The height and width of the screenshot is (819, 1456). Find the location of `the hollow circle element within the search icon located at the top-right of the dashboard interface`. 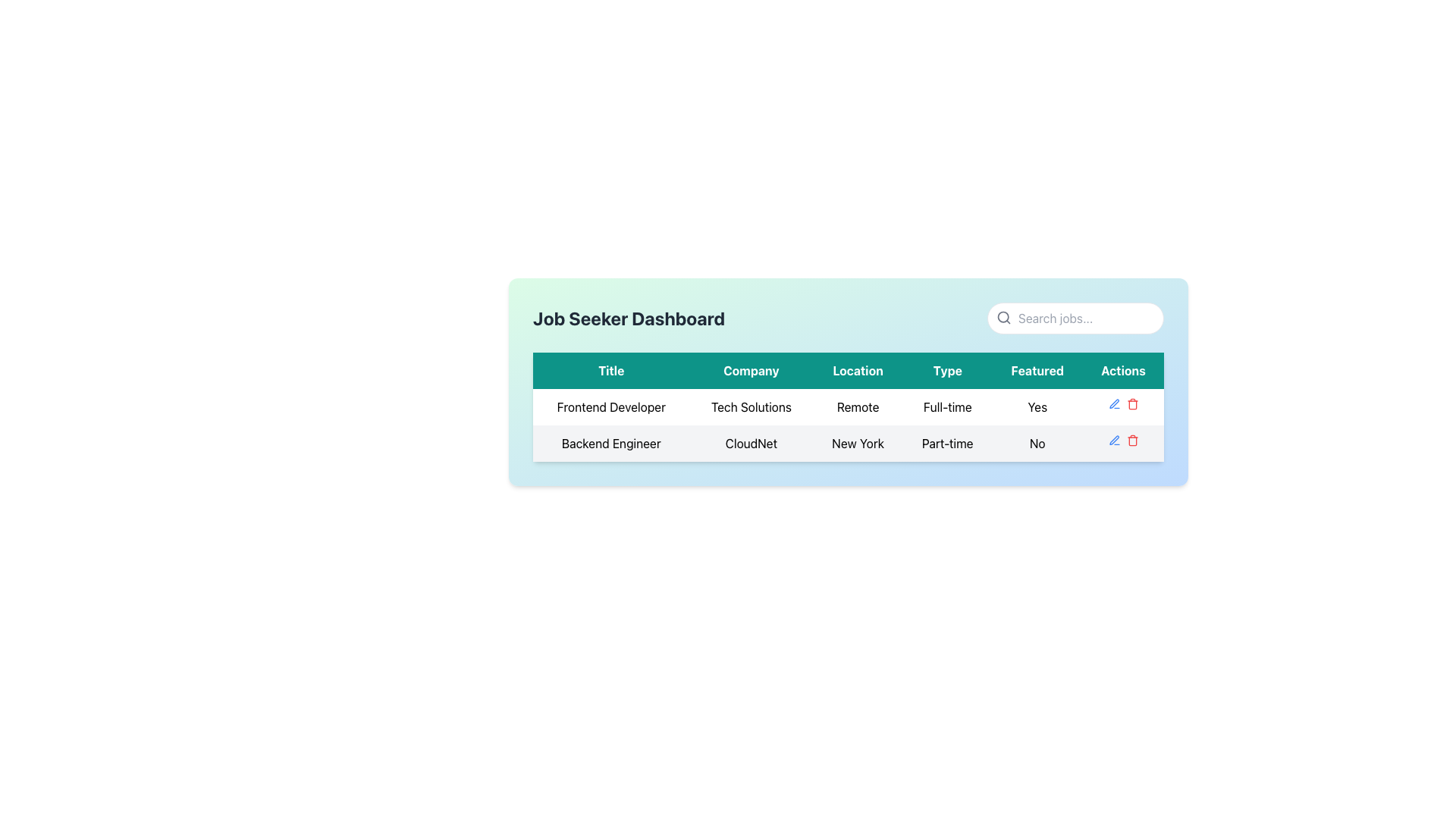

the hollow circle element within the search icon located at the top-right of the dashboard interface is located at coordinates (1003, 316).